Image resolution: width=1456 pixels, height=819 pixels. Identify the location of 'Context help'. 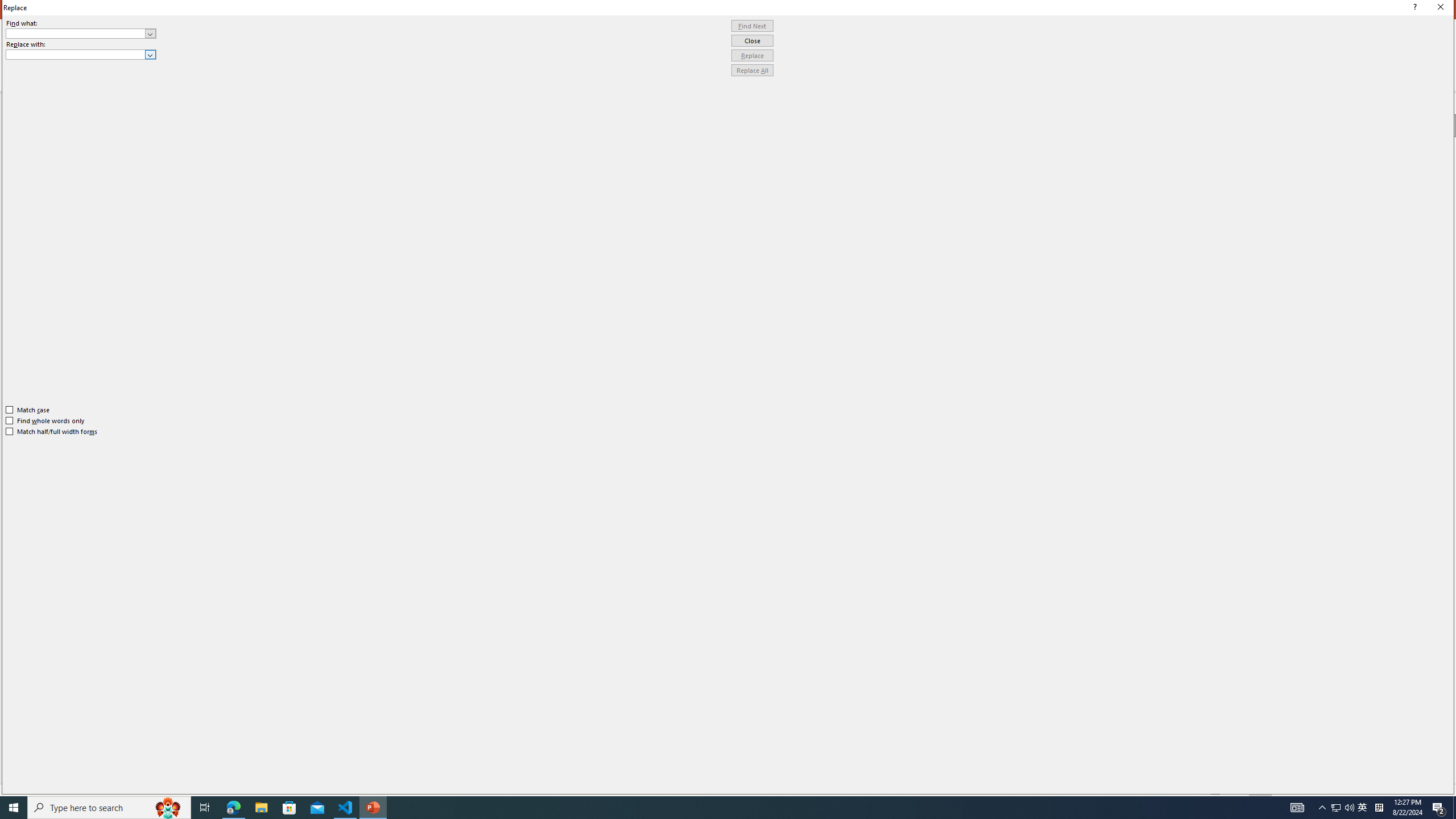
(1413, 9).